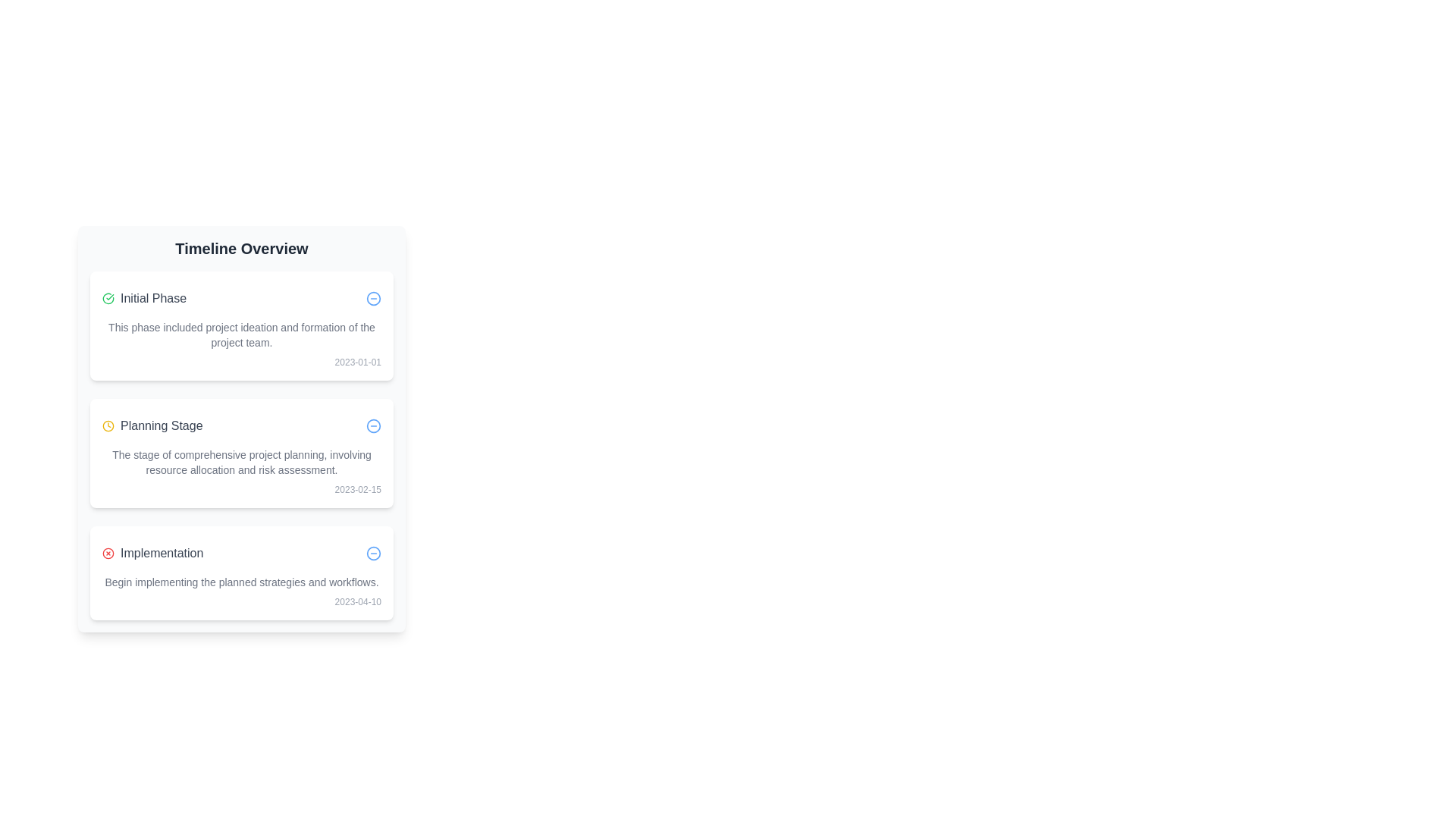  What do you see at coordinates (162, 553) in the screenshot?
I see `the text label displaying 'Implementation' which is styled in a medium-weight gray font and is part of a timeline view, located beneath the 'Planning Stage' heading` at bounding box center [162, 553].